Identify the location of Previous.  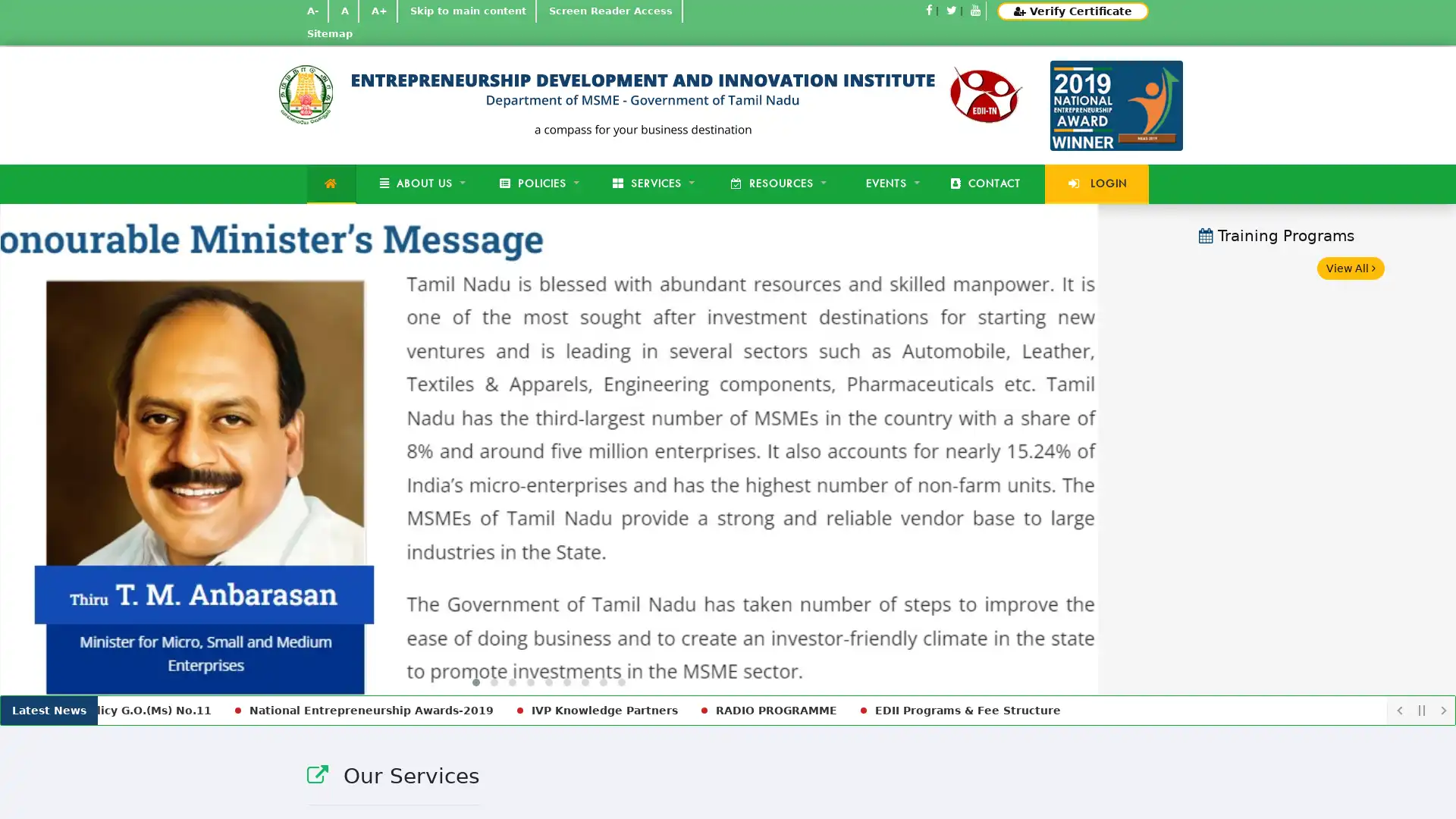
(30, 433).